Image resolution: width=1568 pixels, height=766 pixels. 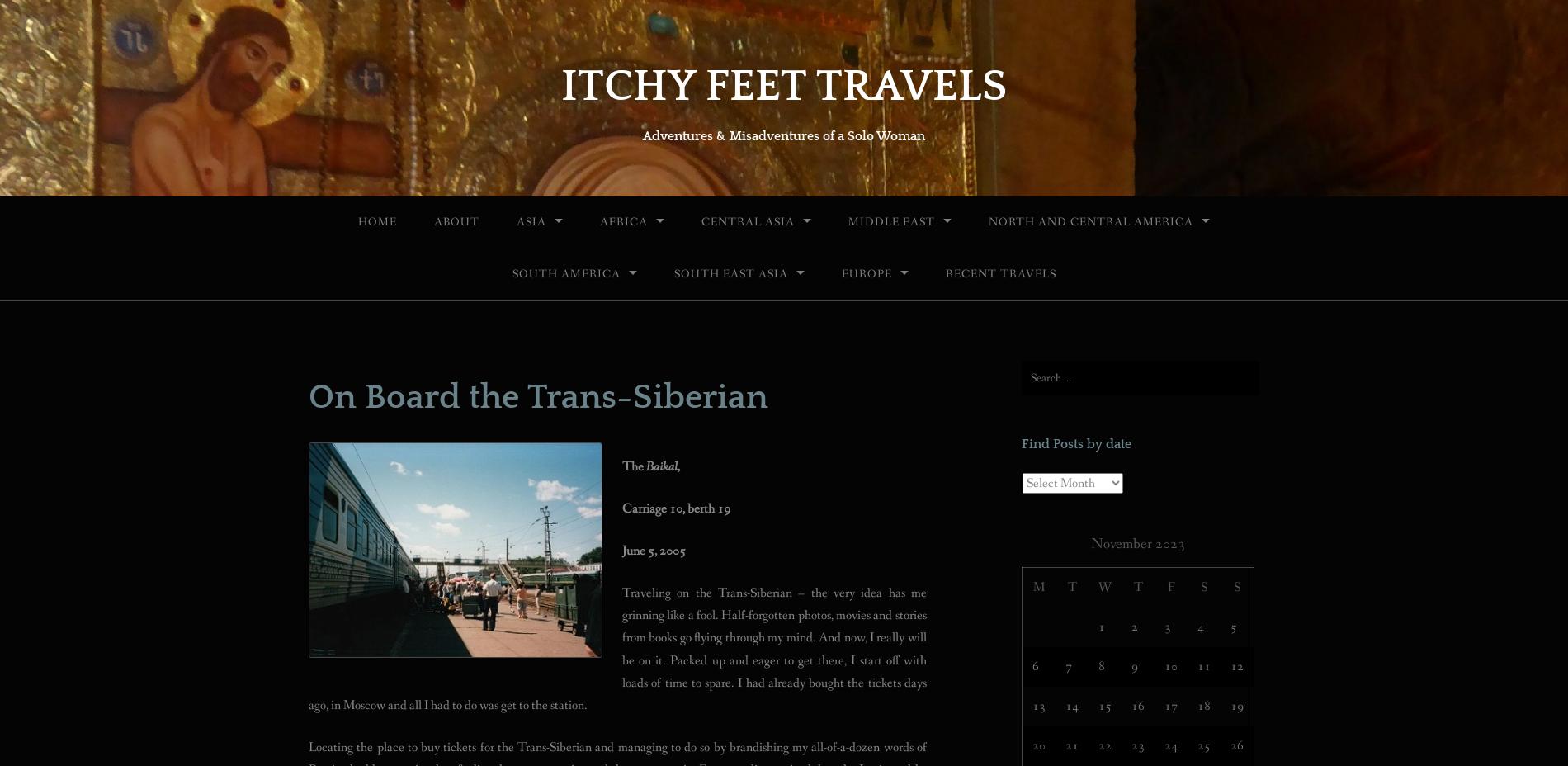 I want to click on 'Africa', so click(x=623, y=221).